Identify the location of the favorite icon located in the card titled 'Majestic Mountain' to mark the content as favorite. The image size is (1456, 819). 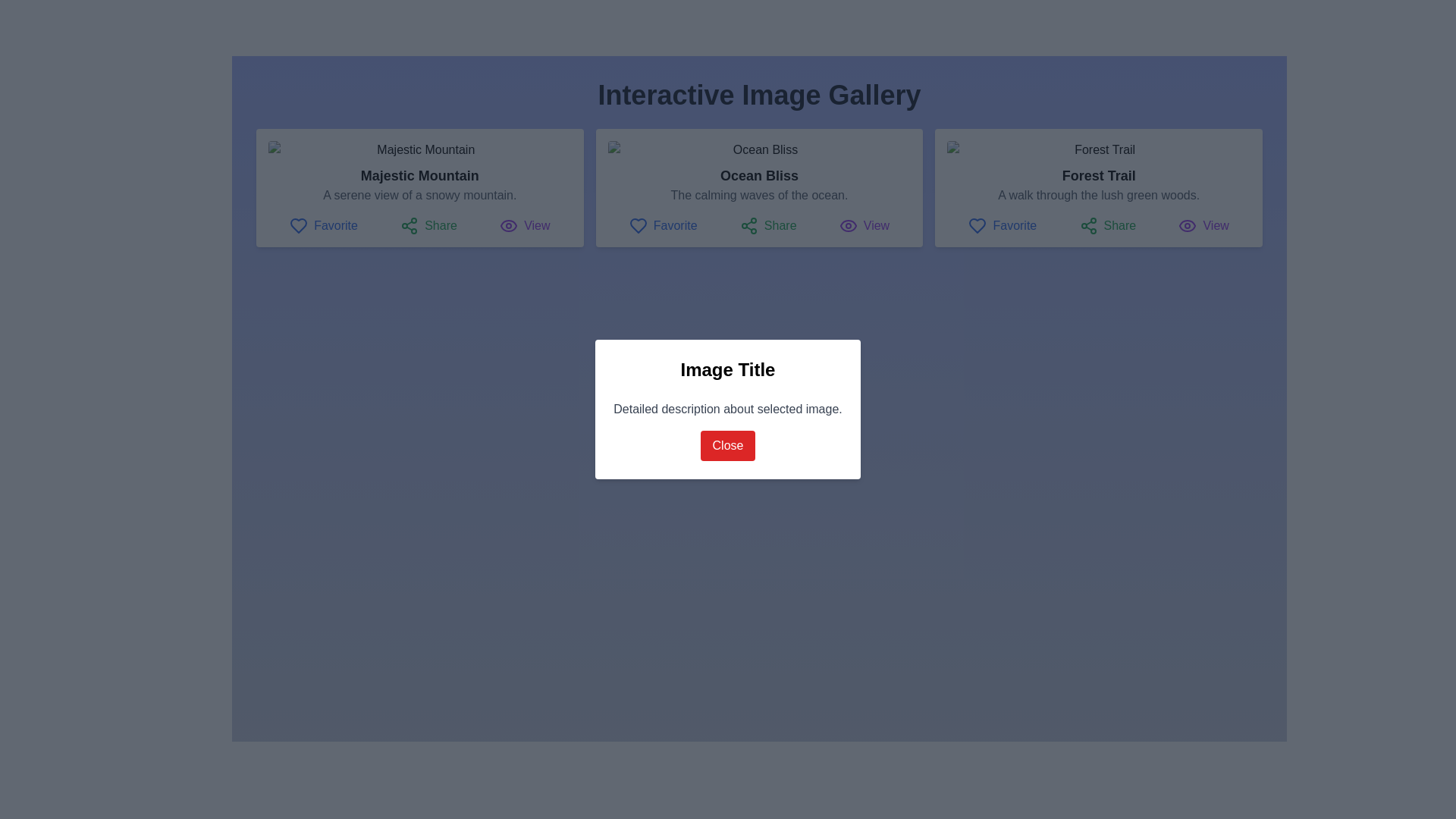
(299, 225).